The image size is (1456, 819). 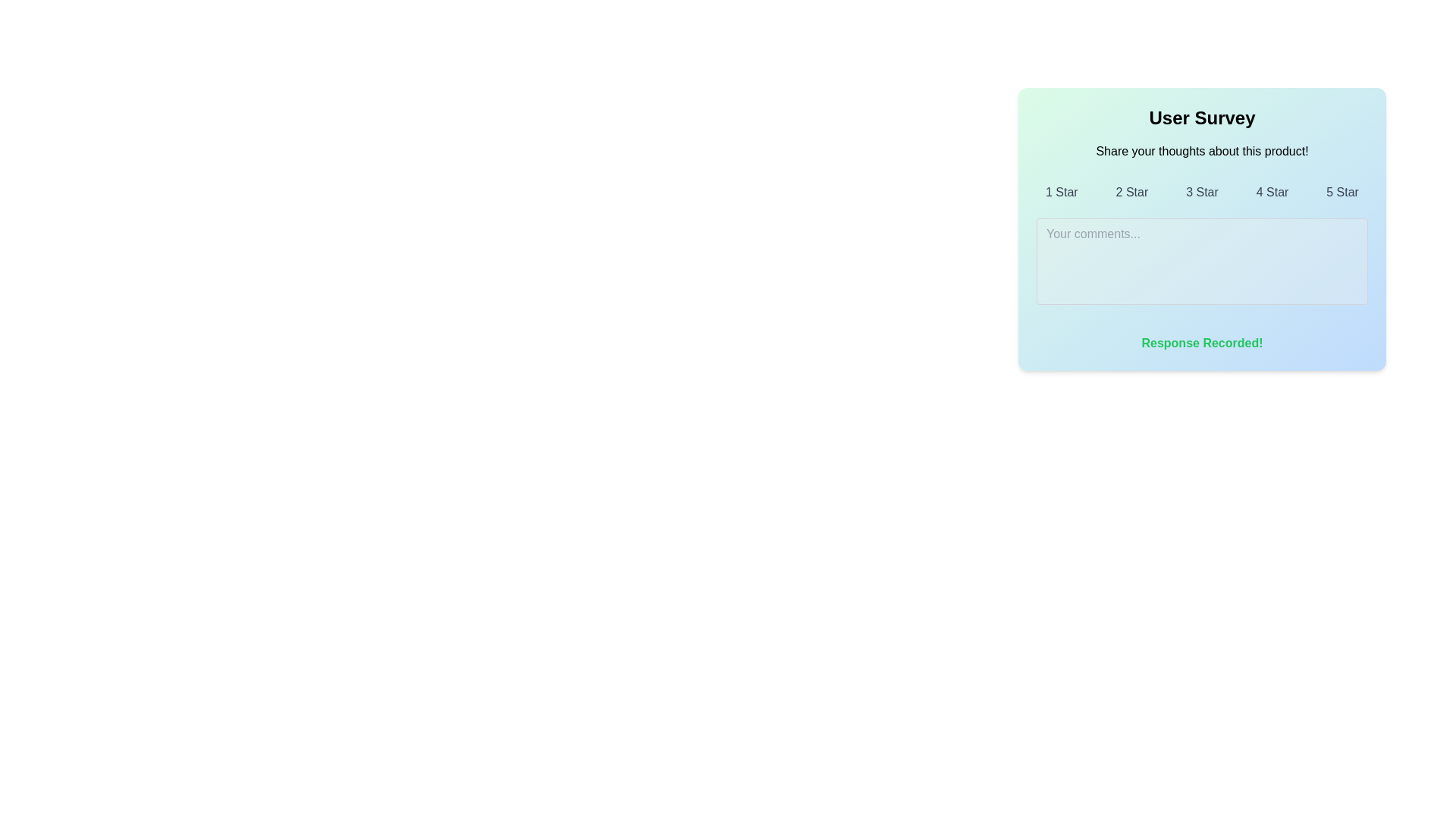 I want to click on the '5 Star' rating button in the star rating system, so click(x=1342, y=192).